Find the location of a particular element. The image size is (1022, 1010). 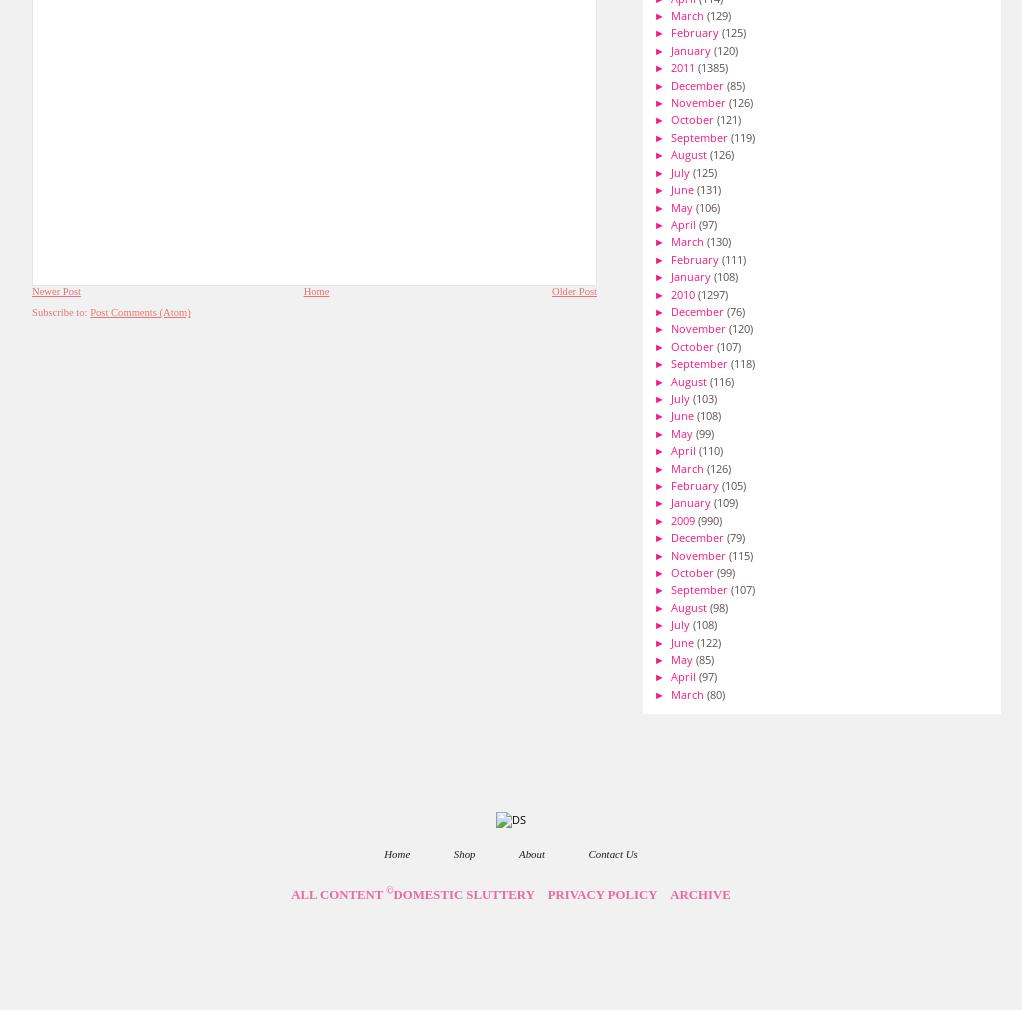

'(990)' is located at coordinates (708, 518).